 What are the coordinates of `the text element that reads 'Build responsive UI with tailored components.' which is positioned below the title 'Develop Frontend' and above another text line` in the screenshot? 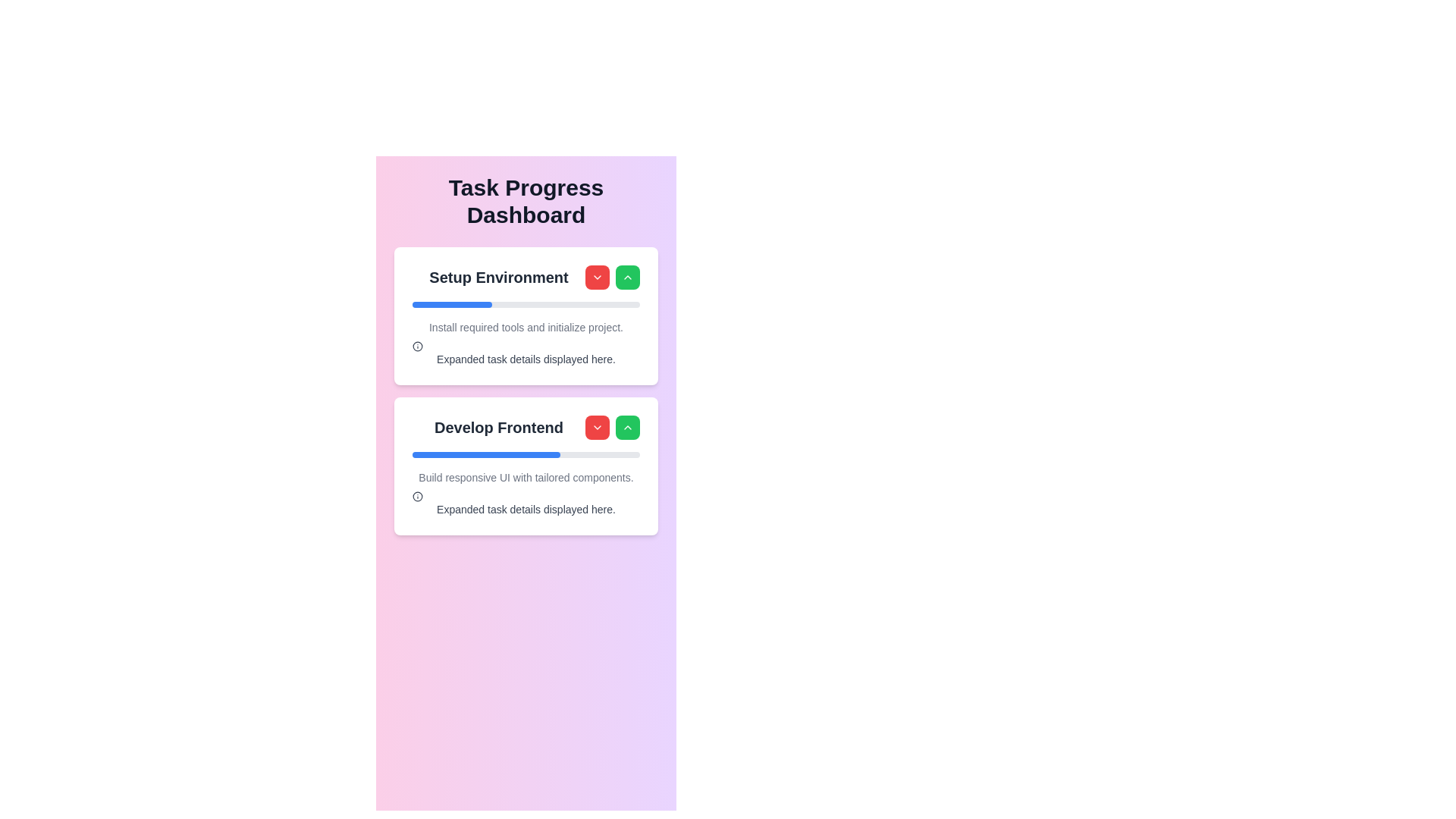 It's located at (526, 476).